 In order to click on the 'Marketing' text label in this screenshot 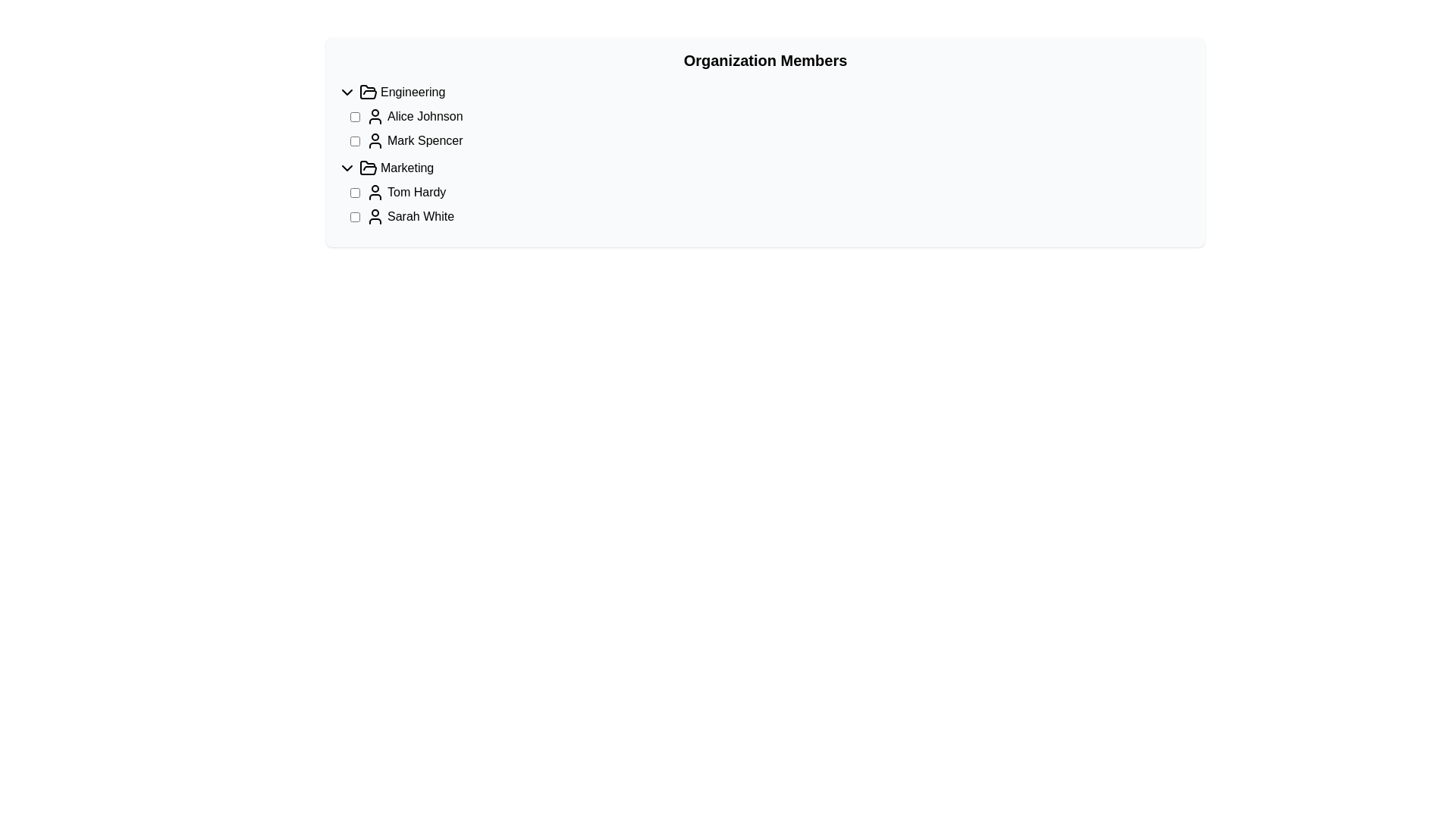, I will do `click(407, 168)`.